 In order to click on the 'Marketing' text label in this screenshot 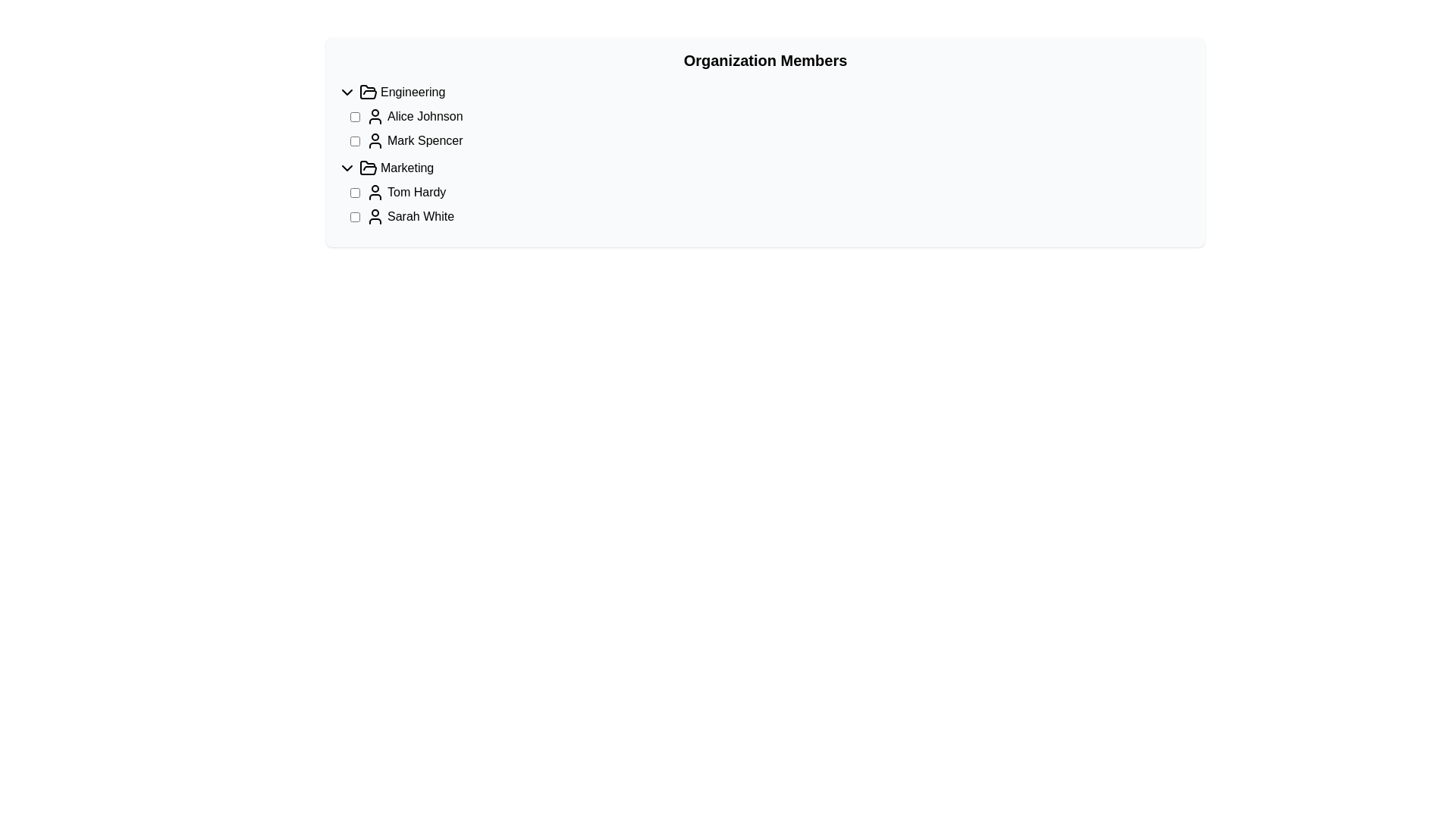, I will do `click(407, 168)`.